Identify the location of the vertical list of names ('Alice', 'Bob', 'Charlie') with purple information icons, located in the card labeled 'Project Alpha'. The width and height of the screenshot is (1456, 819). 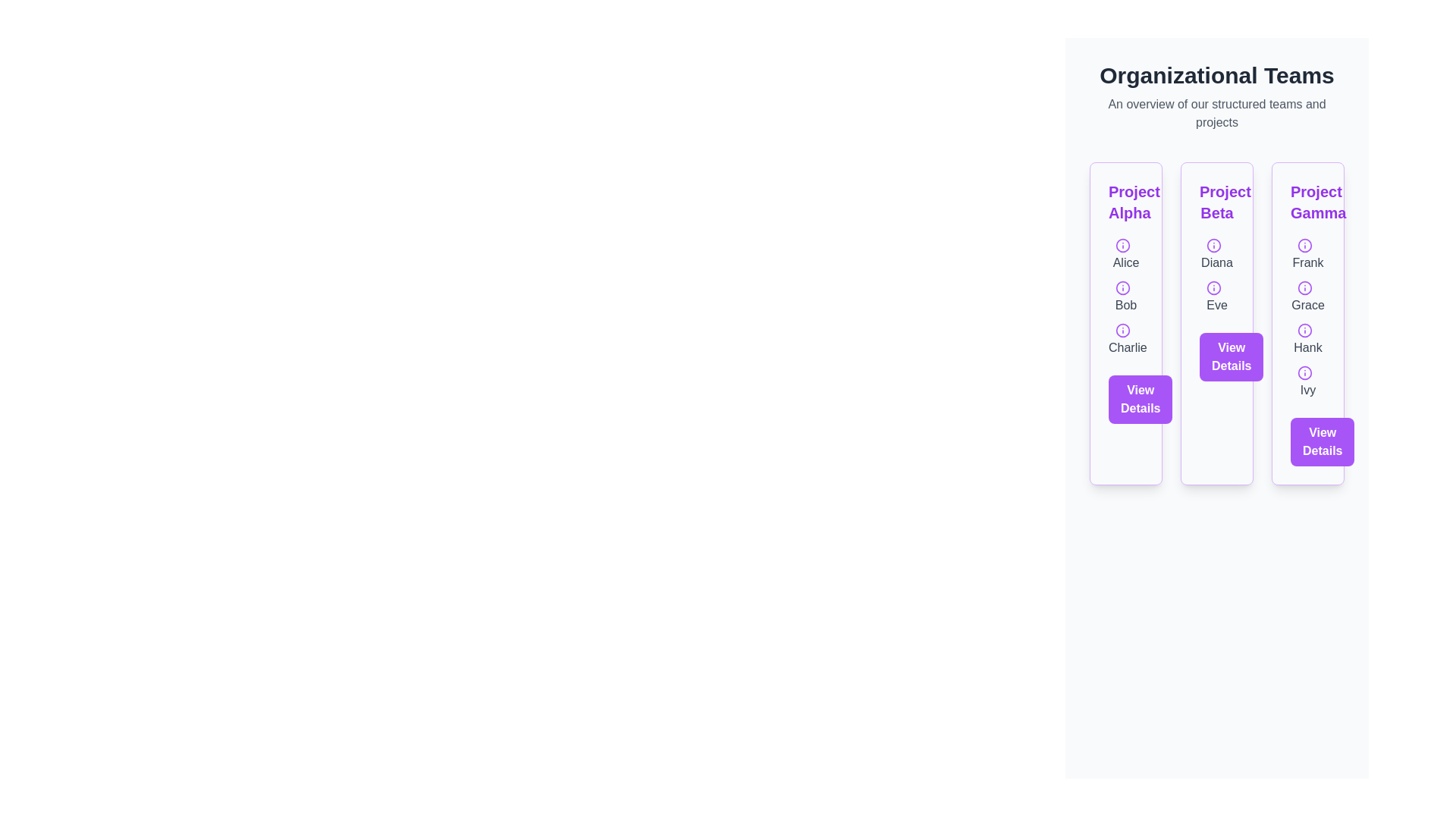
(1125, 296).